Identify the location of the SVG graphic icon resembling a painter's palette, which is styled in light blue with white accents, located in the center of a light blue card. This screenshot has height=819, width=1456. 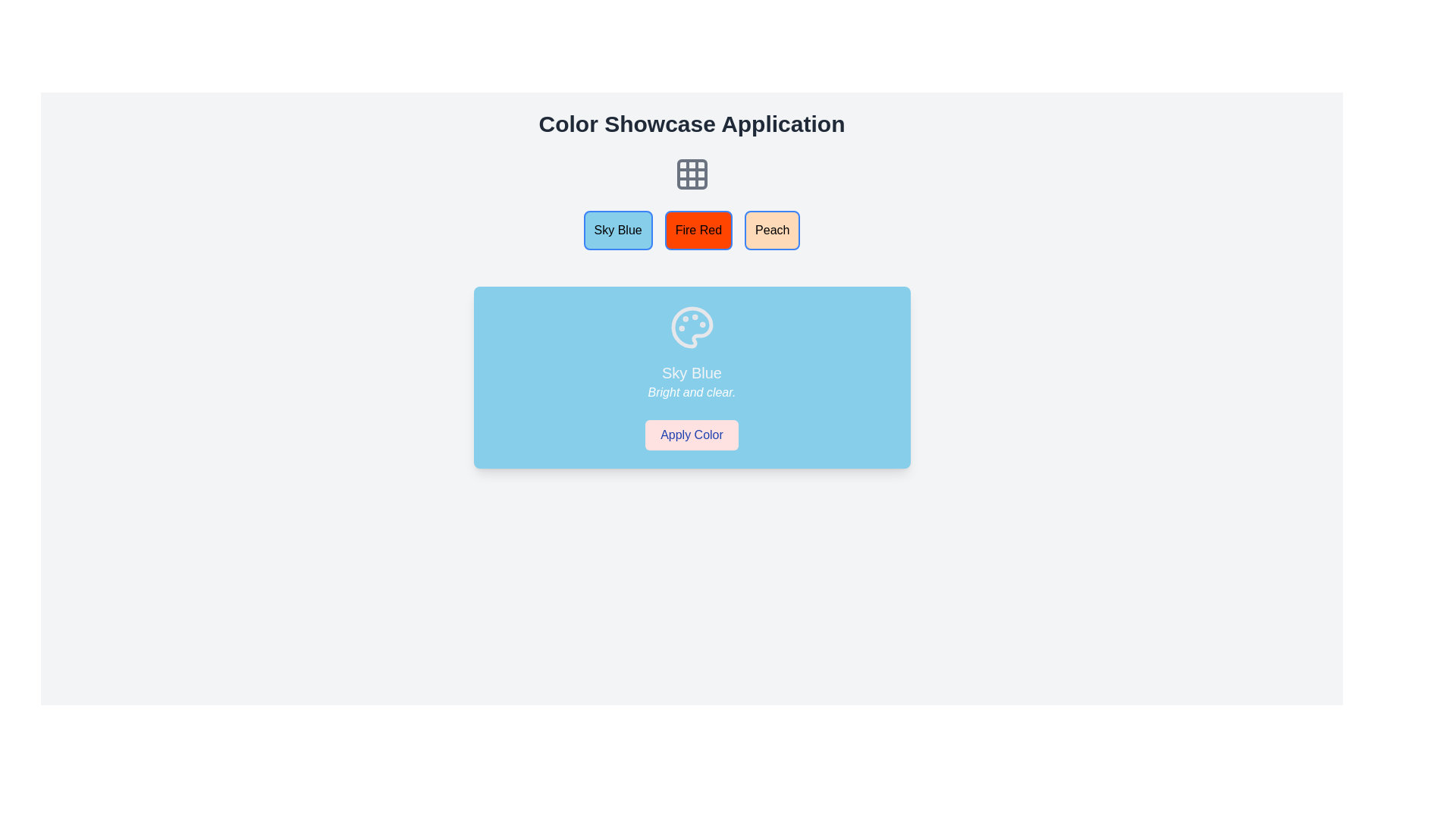
(691, 327).